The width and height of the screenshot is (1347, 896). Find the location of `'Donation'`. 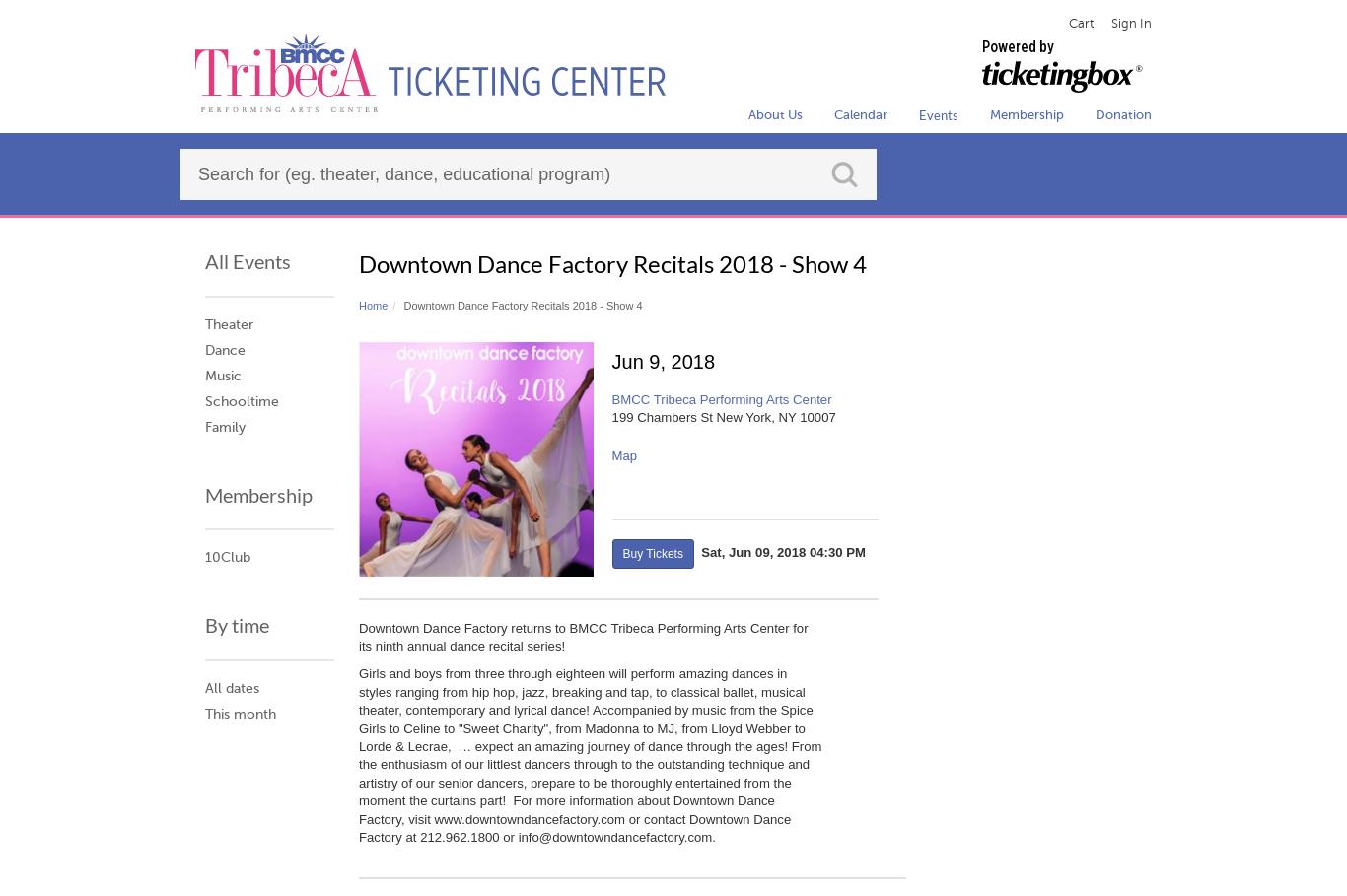

'Donation' is located at coordinates (1123, 114).